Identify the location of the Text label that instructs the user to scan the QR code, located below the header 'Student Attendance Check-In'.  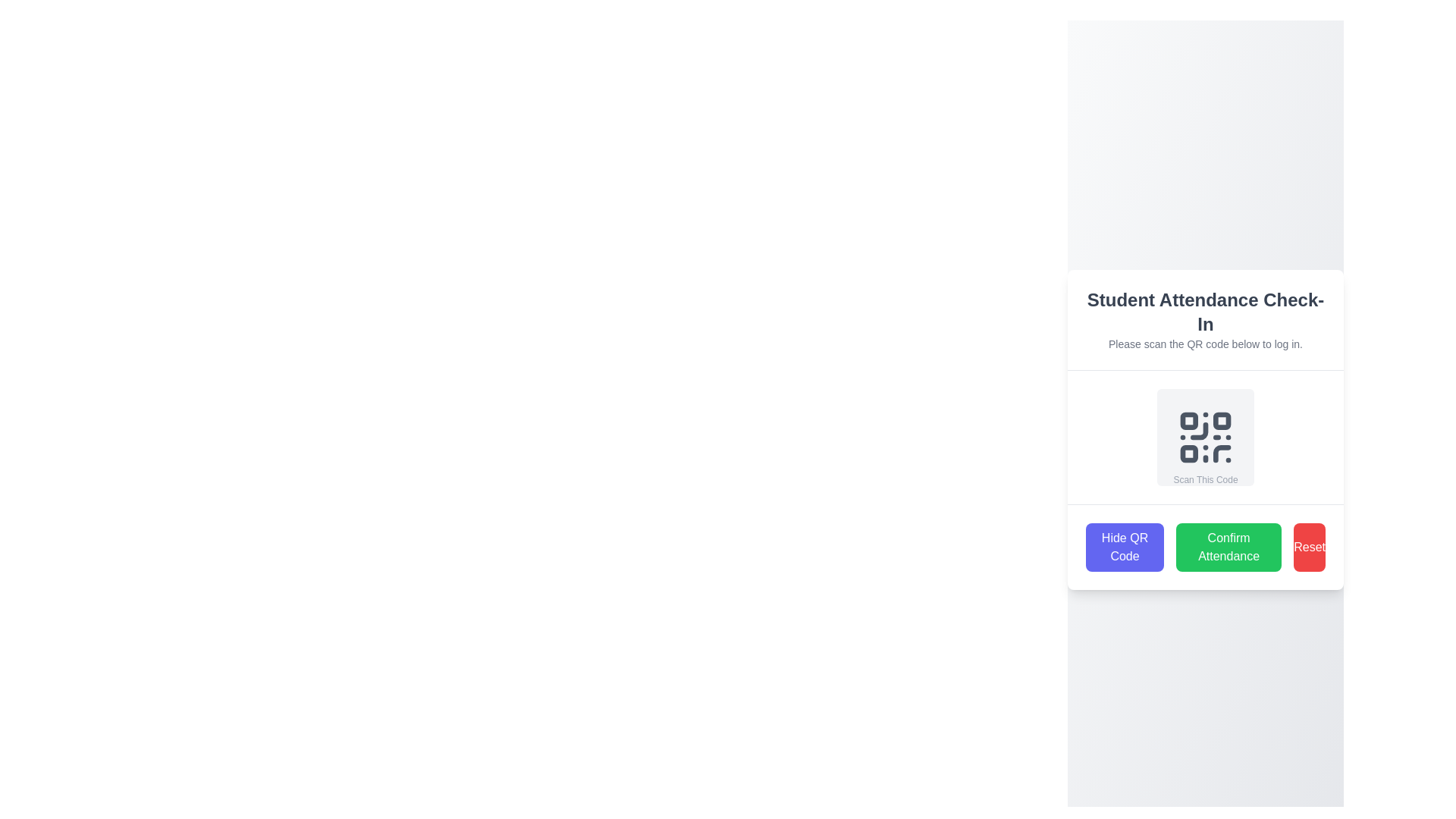
(1204, 344).